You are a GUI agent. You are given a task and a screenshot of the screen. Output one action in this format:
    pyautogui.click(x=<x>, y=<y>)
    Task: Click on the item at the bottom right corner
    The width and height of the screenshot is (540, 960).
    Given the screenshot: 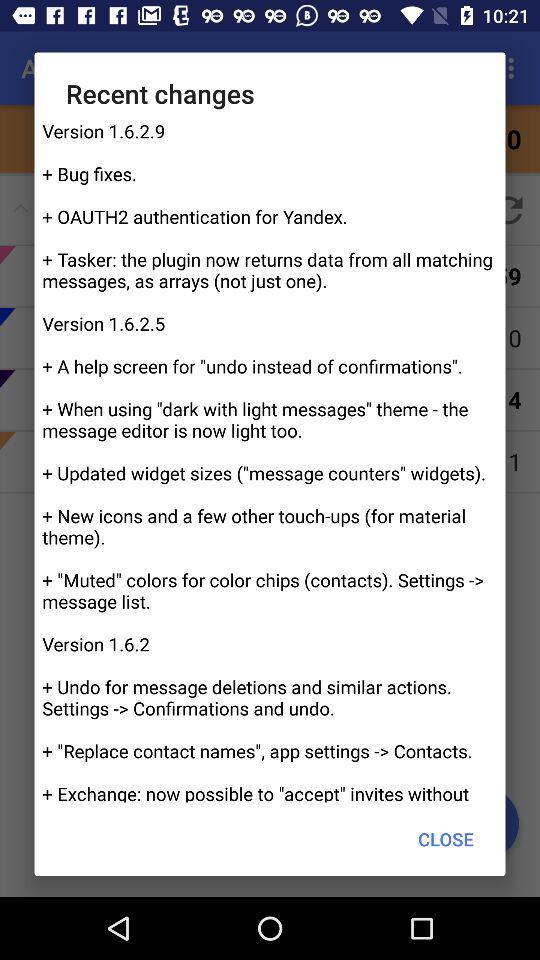 What is the action you would take?
    pyautogui.click(x=446, y=839)
    